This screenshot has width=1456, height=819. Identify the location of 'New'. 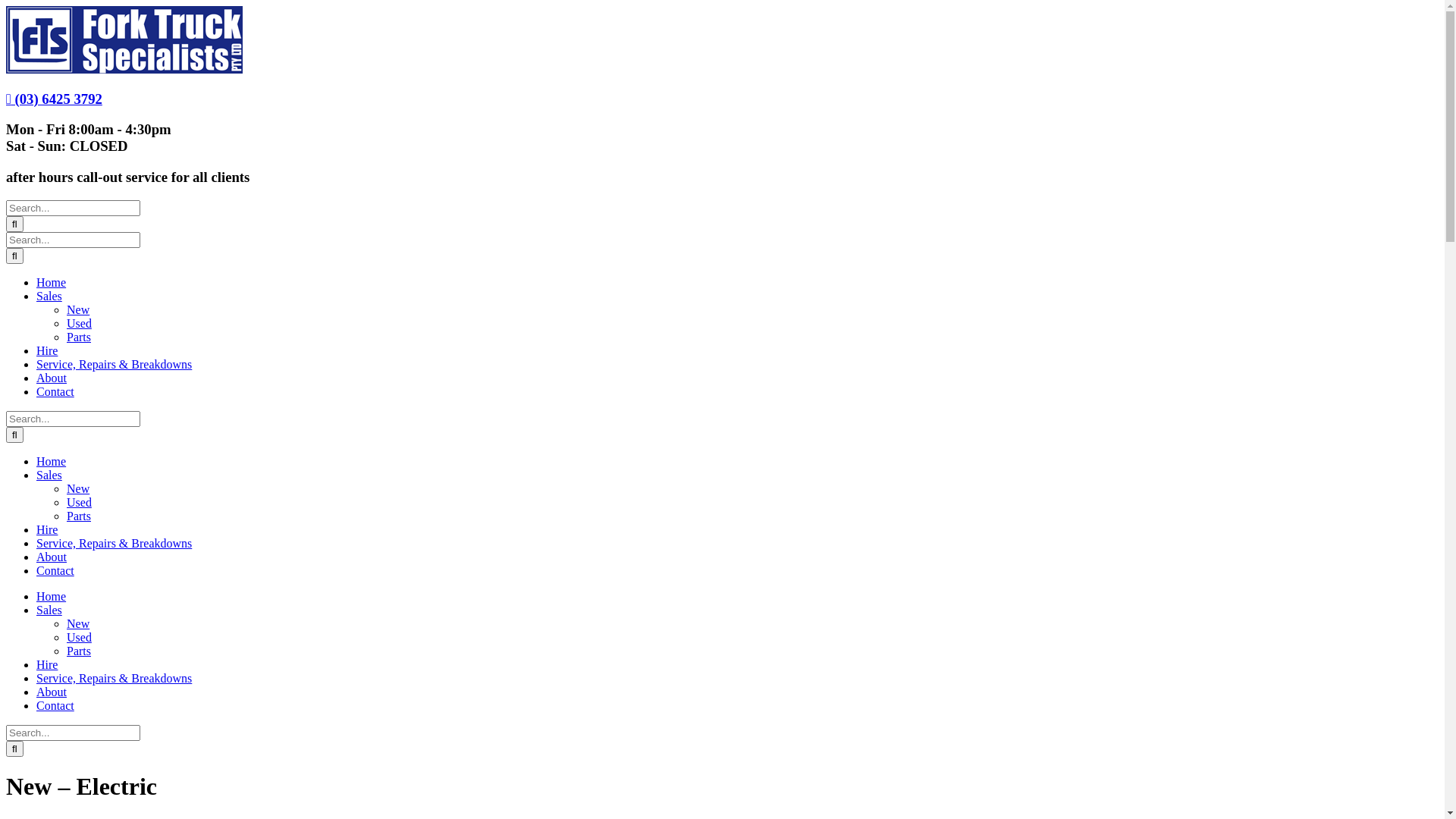
(65, 309).